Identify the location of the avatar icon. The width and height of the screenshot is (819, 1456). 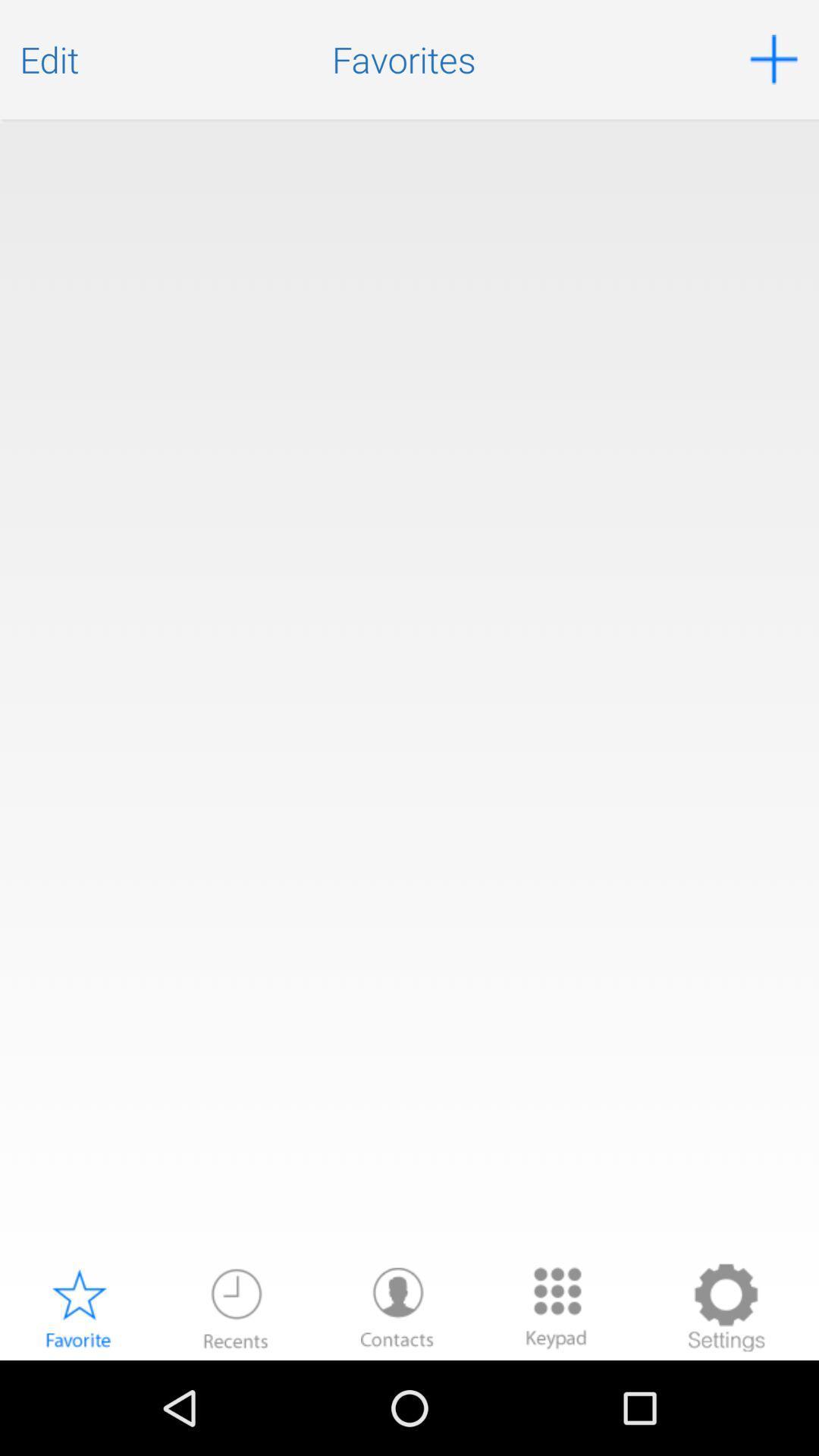
(397, 1398).